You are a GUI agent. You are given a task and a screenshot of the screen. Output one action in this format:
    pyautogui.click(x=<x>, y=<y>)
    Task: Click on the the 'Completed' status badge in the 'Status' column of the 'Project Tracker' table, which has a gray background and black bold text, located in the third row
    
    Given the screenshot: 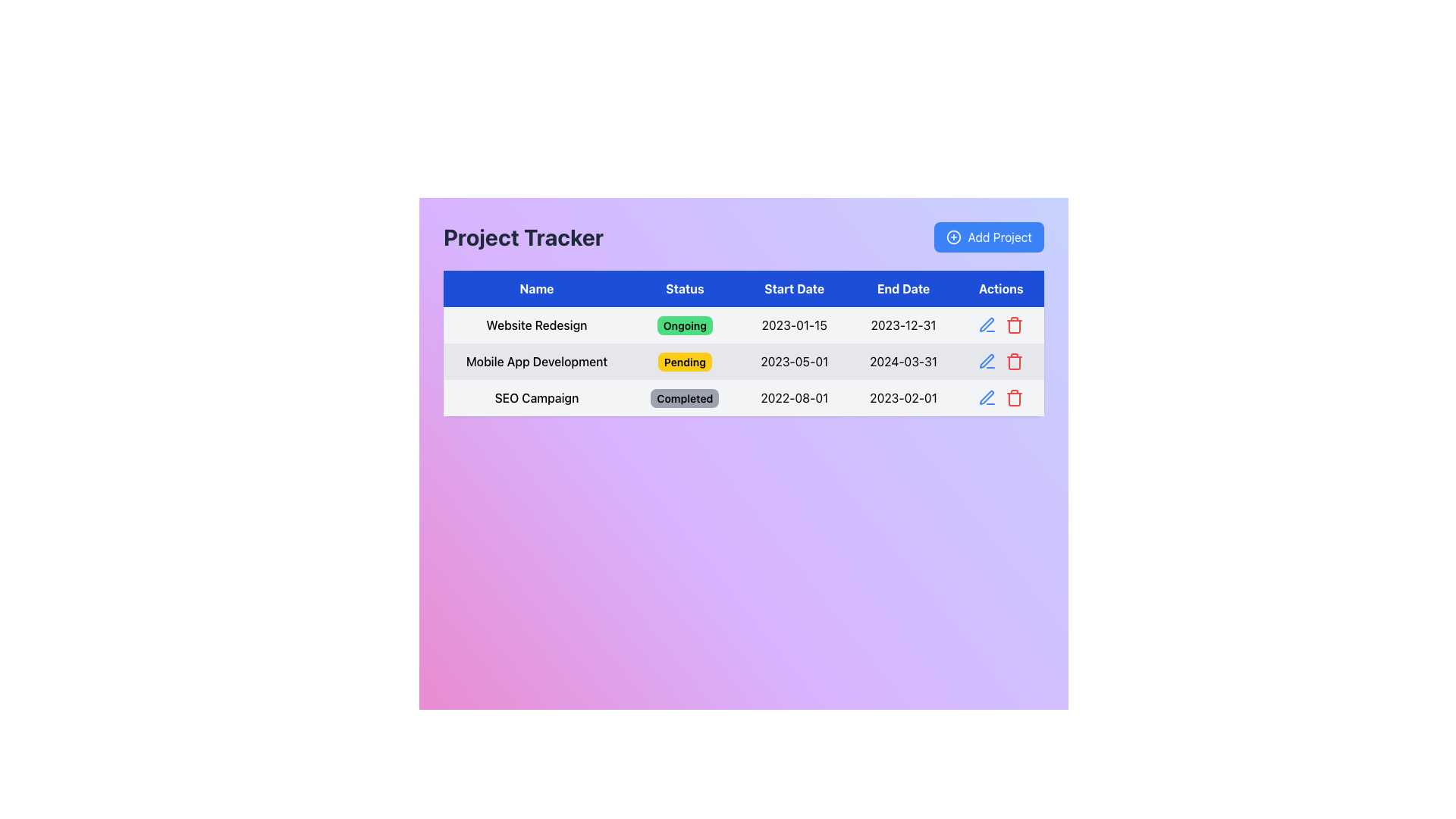 What is the action you would take?
    pyautogui.click(x=684, y=397)
    